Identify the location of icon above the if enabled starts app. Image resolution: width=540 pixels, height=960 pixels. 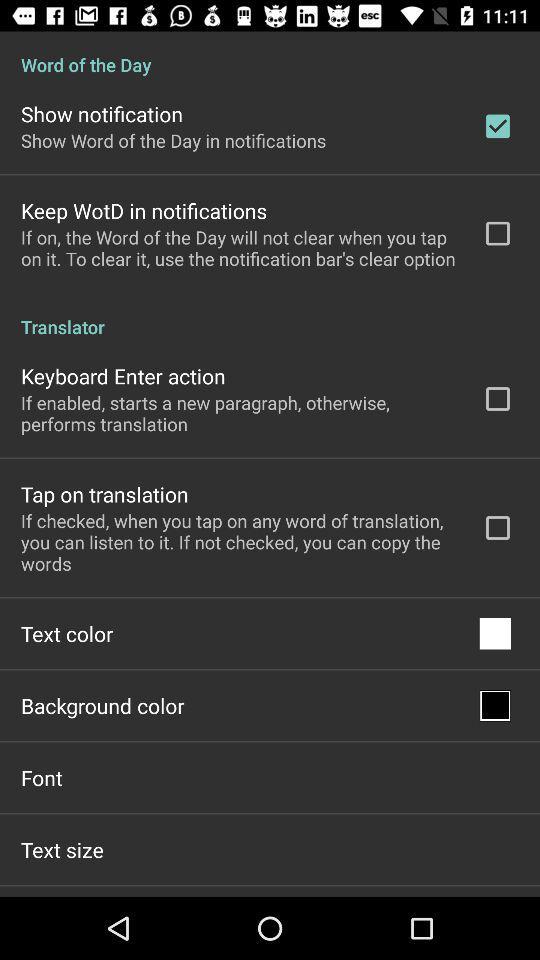
(123, 375).